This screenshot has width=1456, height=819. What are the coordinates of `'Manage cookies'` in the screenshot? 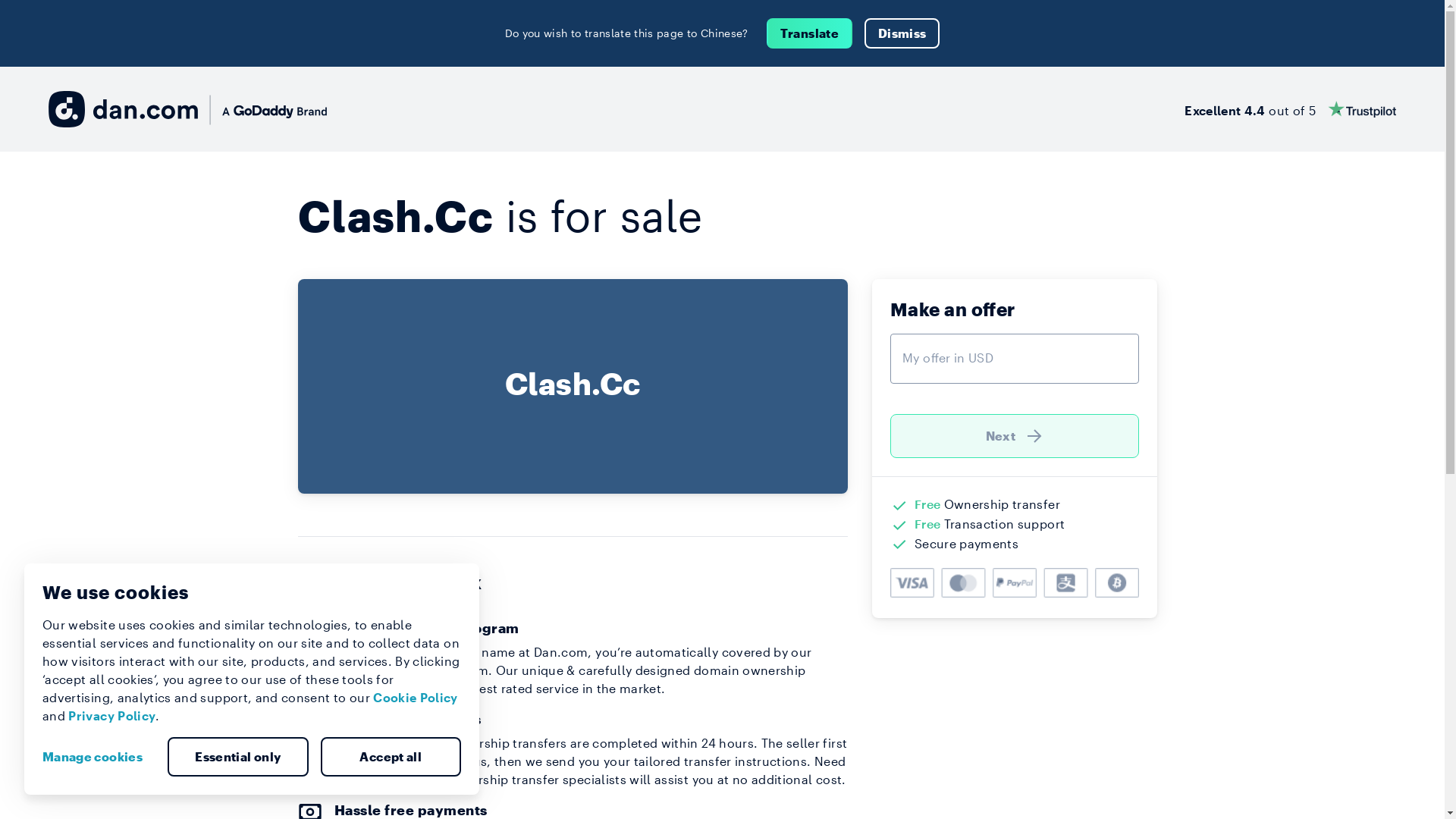 It's located at (97, 757).